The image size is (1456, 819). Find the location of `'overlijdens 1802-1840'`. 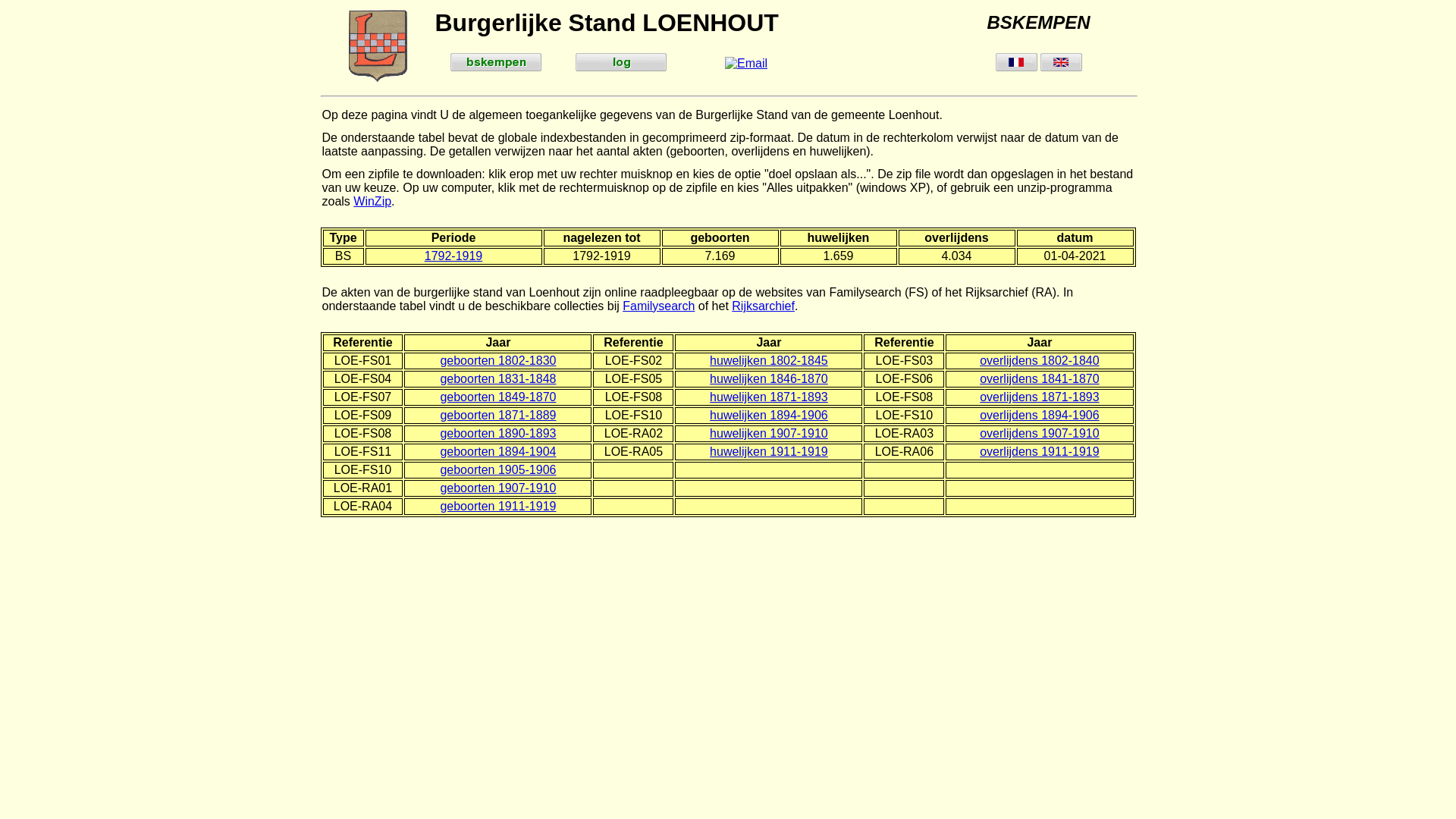

'overlijdens 1802-1840' is located at coordinates (979, 360).